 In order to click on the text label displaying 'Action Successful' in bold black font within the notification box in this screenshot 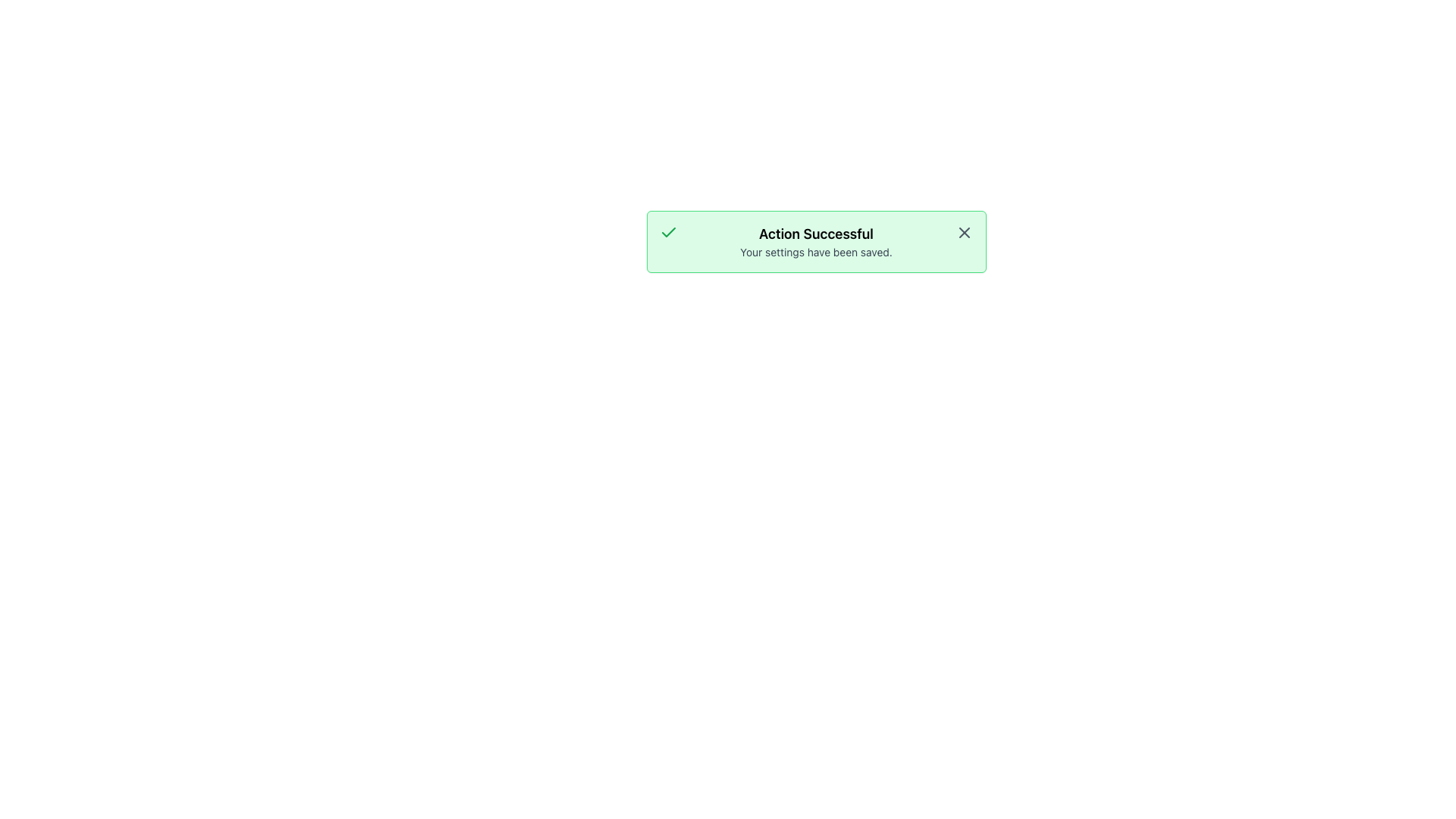, I will do `click(815, 234)`.